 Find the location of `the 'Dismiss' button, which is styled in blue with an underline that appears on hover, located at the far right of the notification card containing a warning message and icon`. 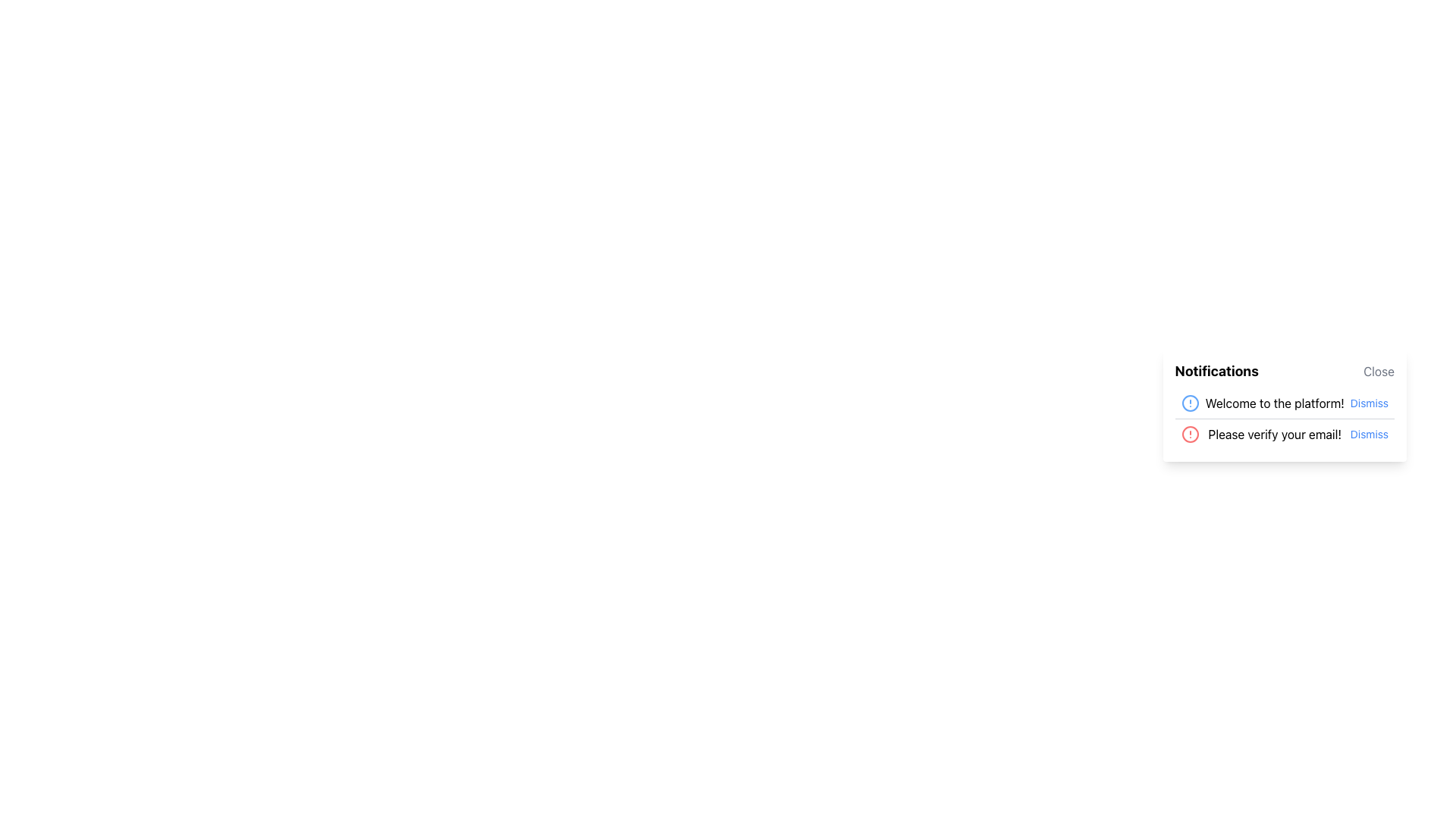

the 'Dismiss' button, which is styled in blue with an underline that appears on hover, located at the far right of the notification card containing a warning message and icon is located at coordinates (1369, 435).